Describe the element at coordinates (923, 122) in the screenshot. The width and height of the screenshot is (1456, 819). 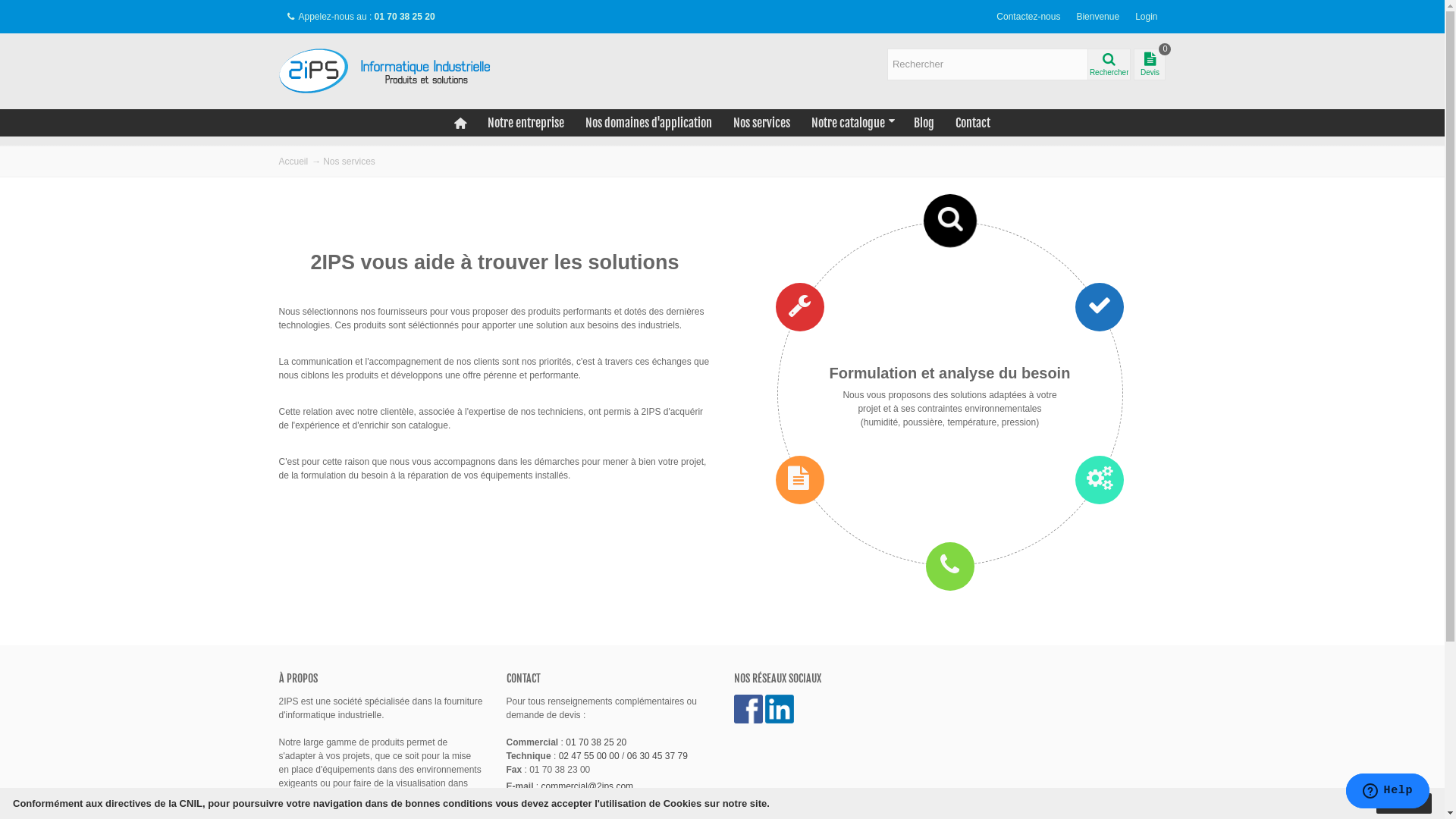
I see `'Blog'` at that location.